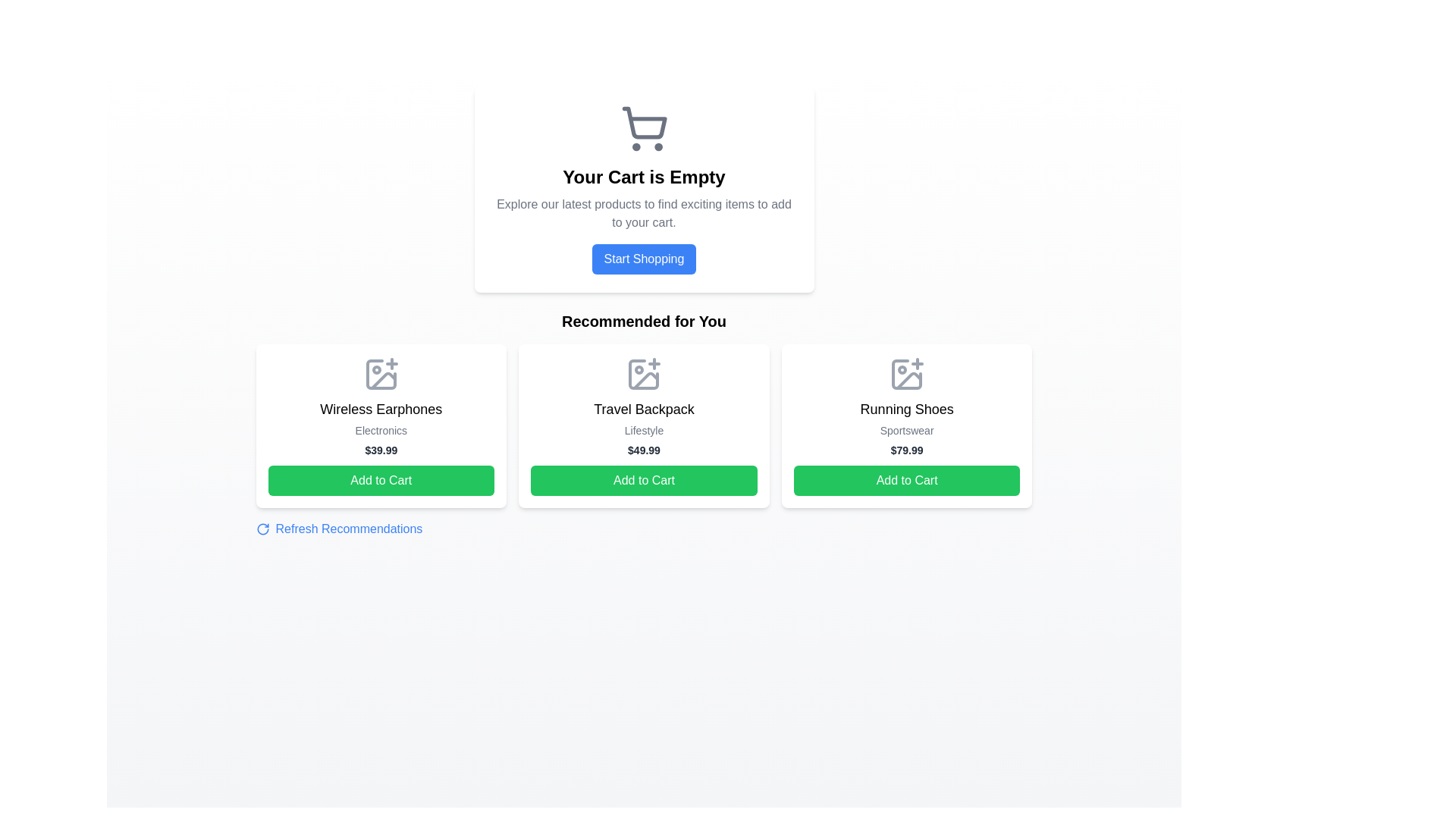 The image size is (1456, 819). Describe the element at coordinates (644, 374) in the screenshot. I see `the gray icon with a plus sign located at the top center of the 'Travel Backpack' card, above the text 'Travel Backpack'` at that location.